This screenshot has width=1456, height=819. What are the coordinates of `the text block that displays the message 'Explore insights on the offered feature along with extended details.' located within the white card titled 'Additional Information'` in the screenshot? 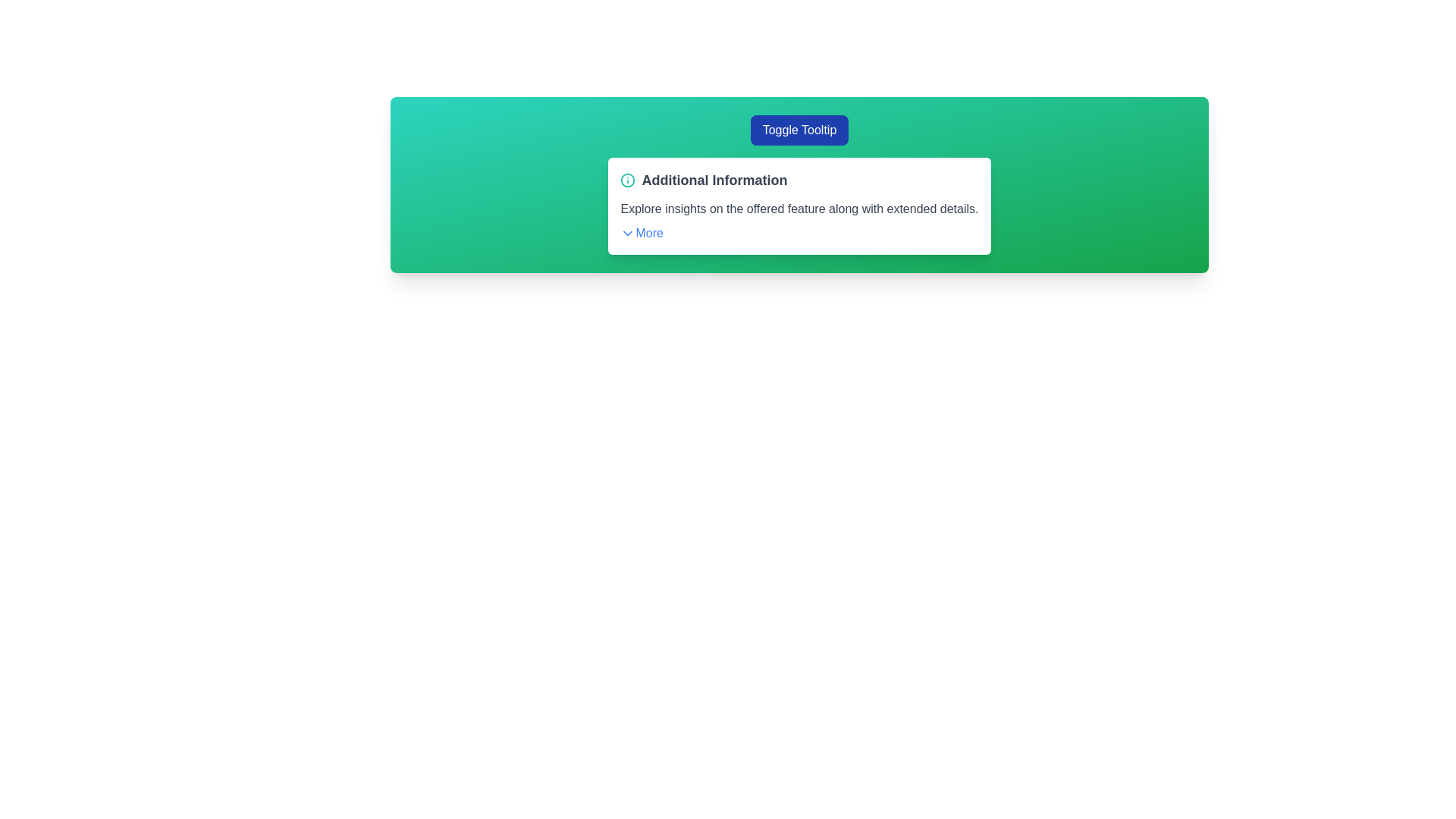 It's located at (799, 209).